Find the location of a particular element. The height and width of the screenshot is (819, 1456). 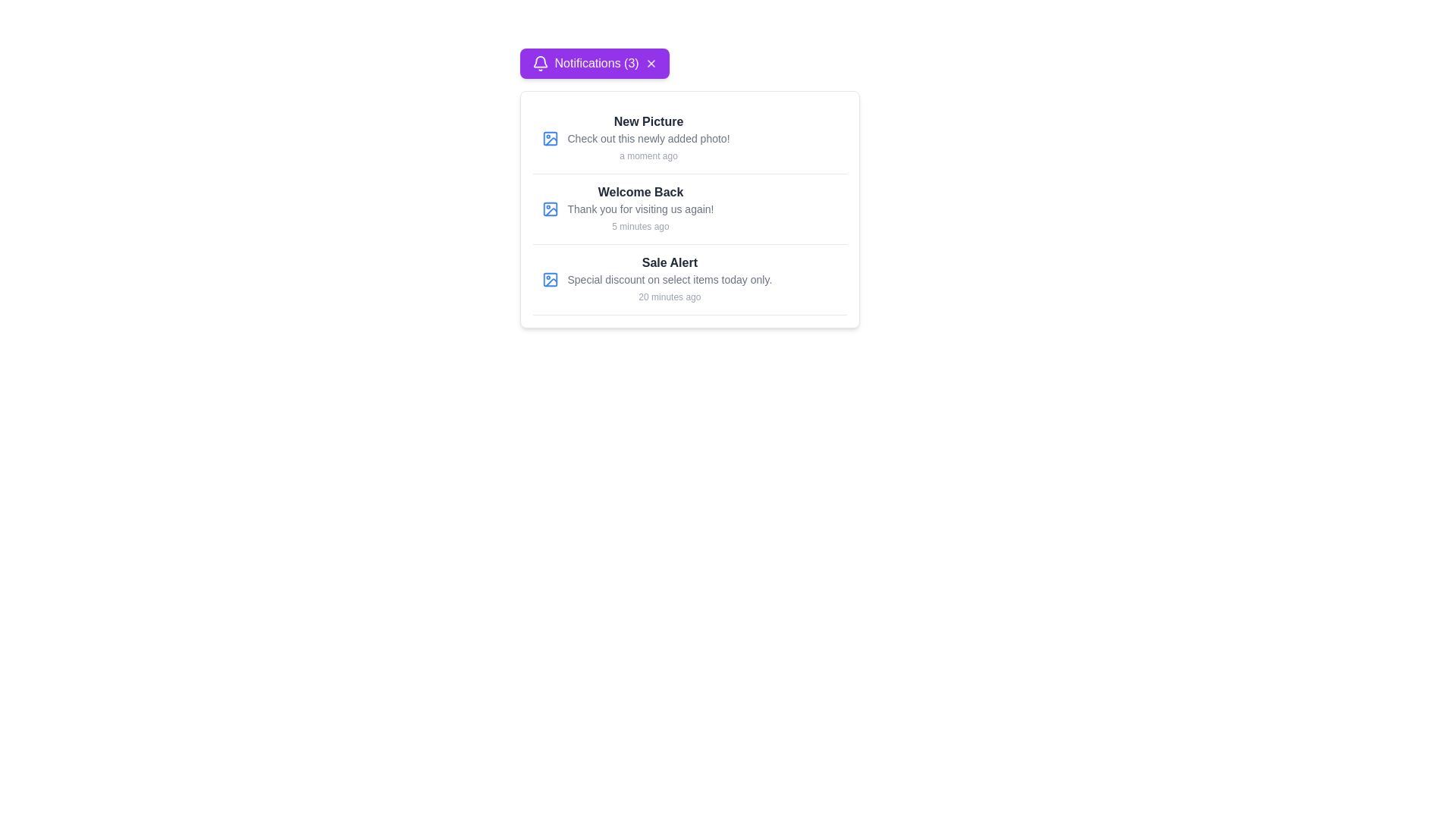

text label providing additional information about the 'Sale Alert', which is positioned below the title and above the timestamp in the notification card is located at coordinates (669, 280).